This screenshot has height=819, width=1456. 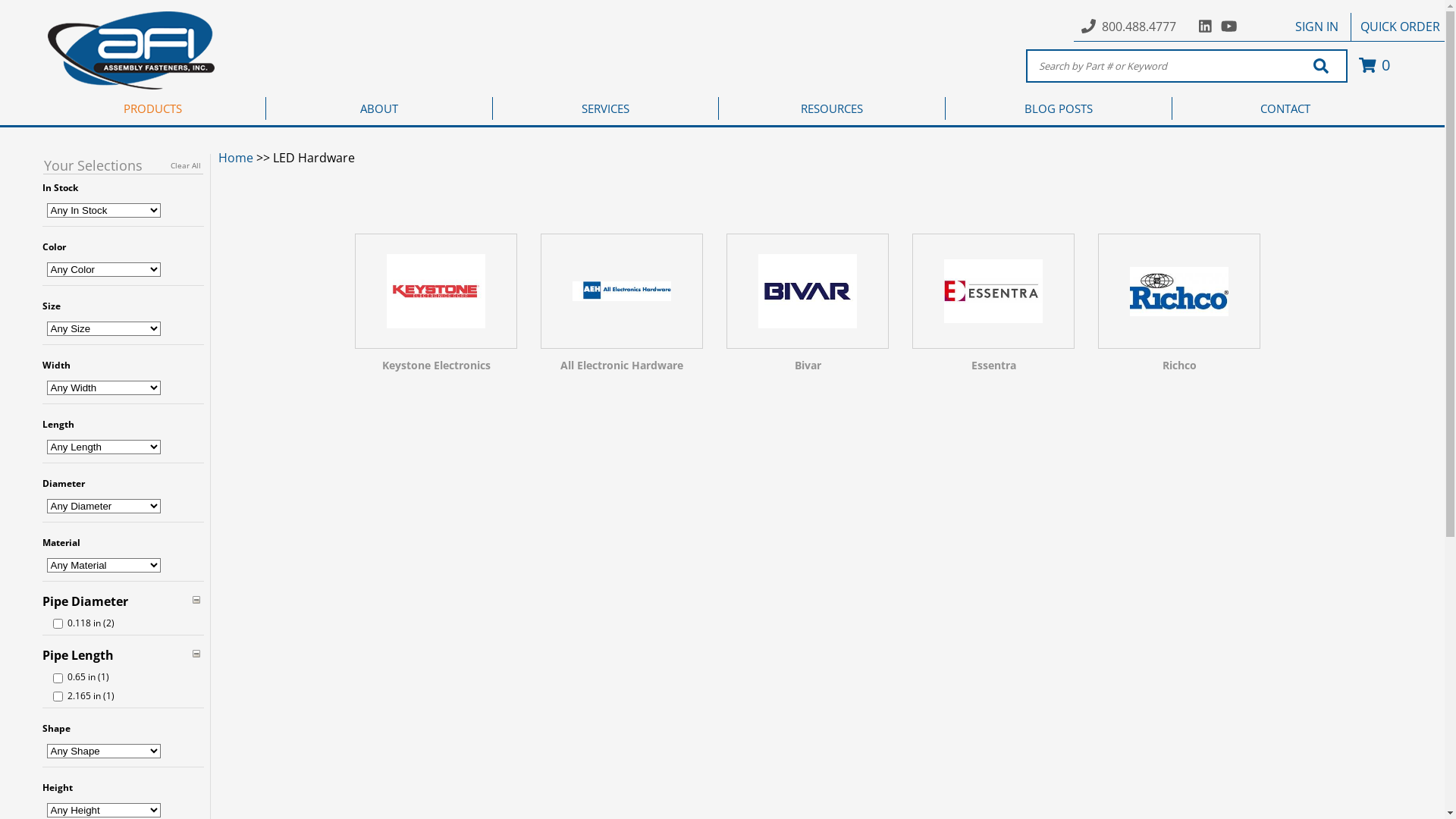 What do you see at coordinates (184, 165) in the screenshot?
I see `'Clear All'` at bounding box center [184, 165].